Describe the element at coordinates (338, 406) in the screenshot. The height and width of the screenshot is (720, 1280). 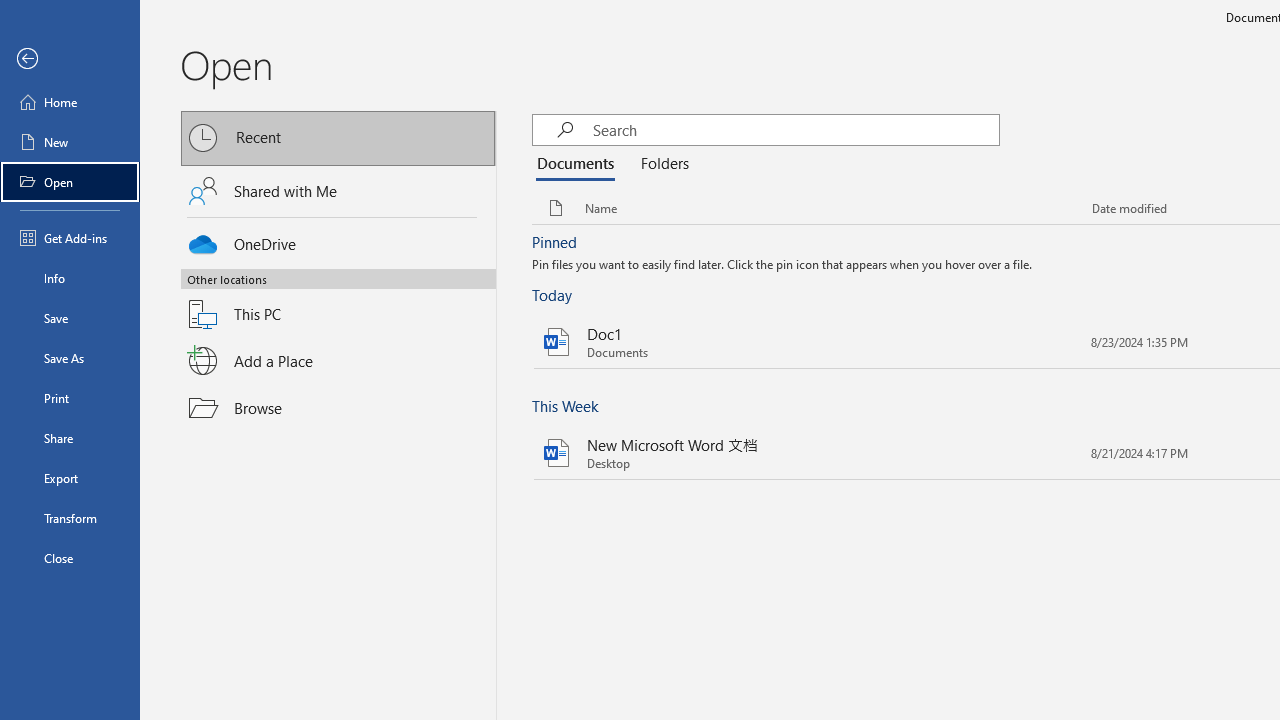
I see `'Browse'` at that location.